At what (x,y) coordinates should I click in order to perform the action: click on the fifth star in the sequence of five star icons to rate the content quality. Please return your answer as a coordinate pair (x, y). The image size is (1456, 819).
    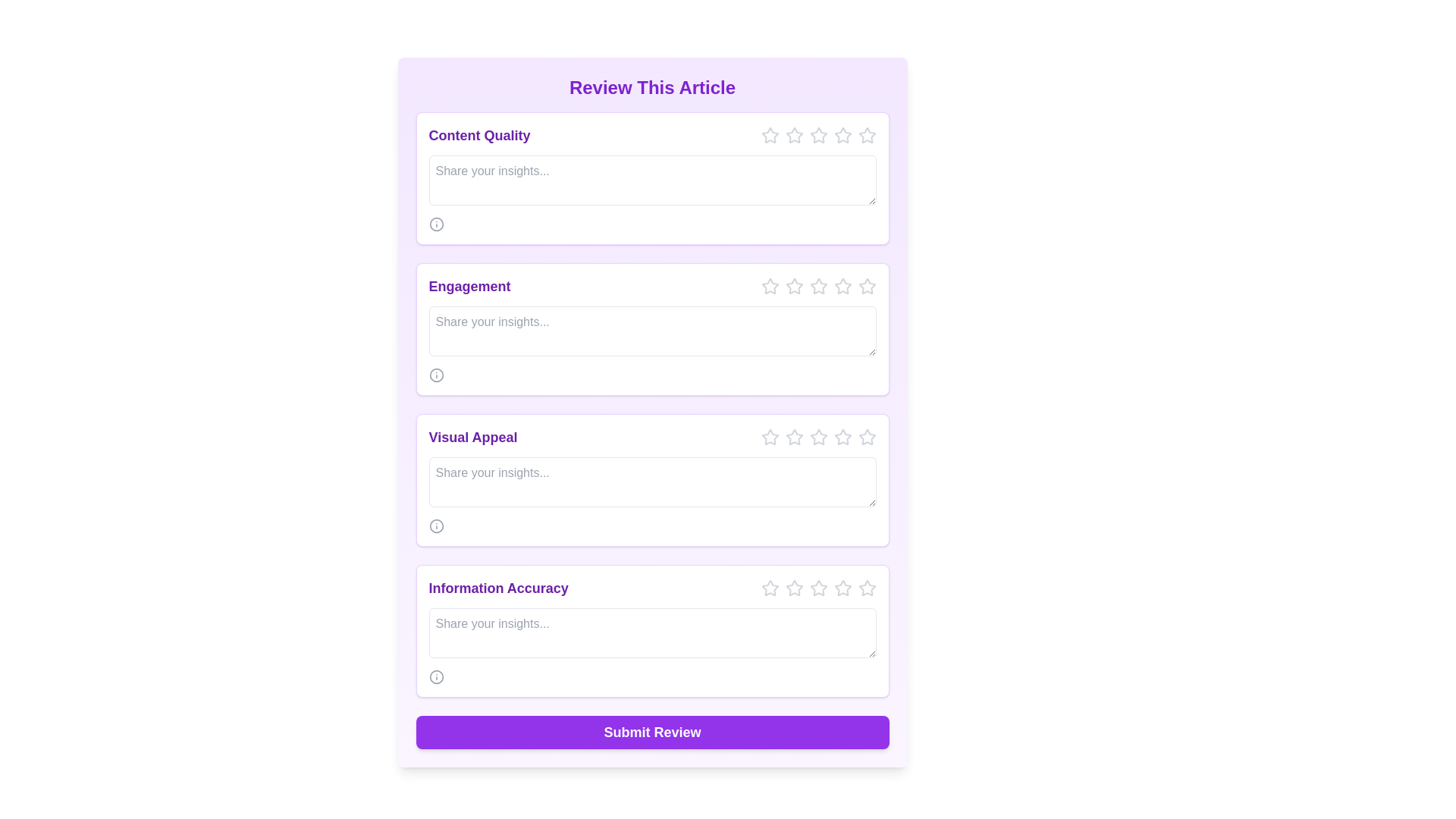
    Looking at the image, I should click on (867, 134).